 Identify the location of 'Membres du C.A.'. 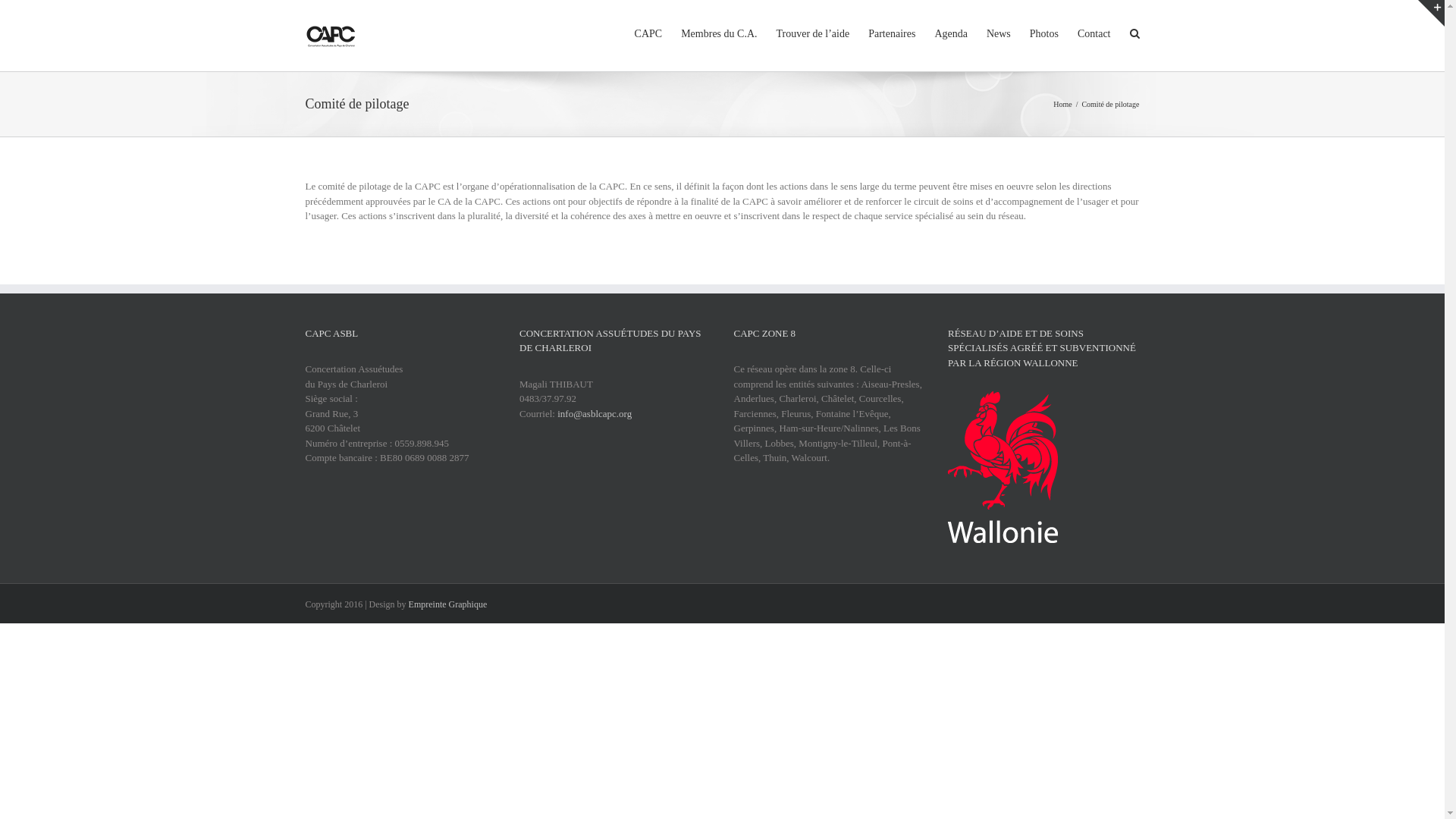
(718, 32).